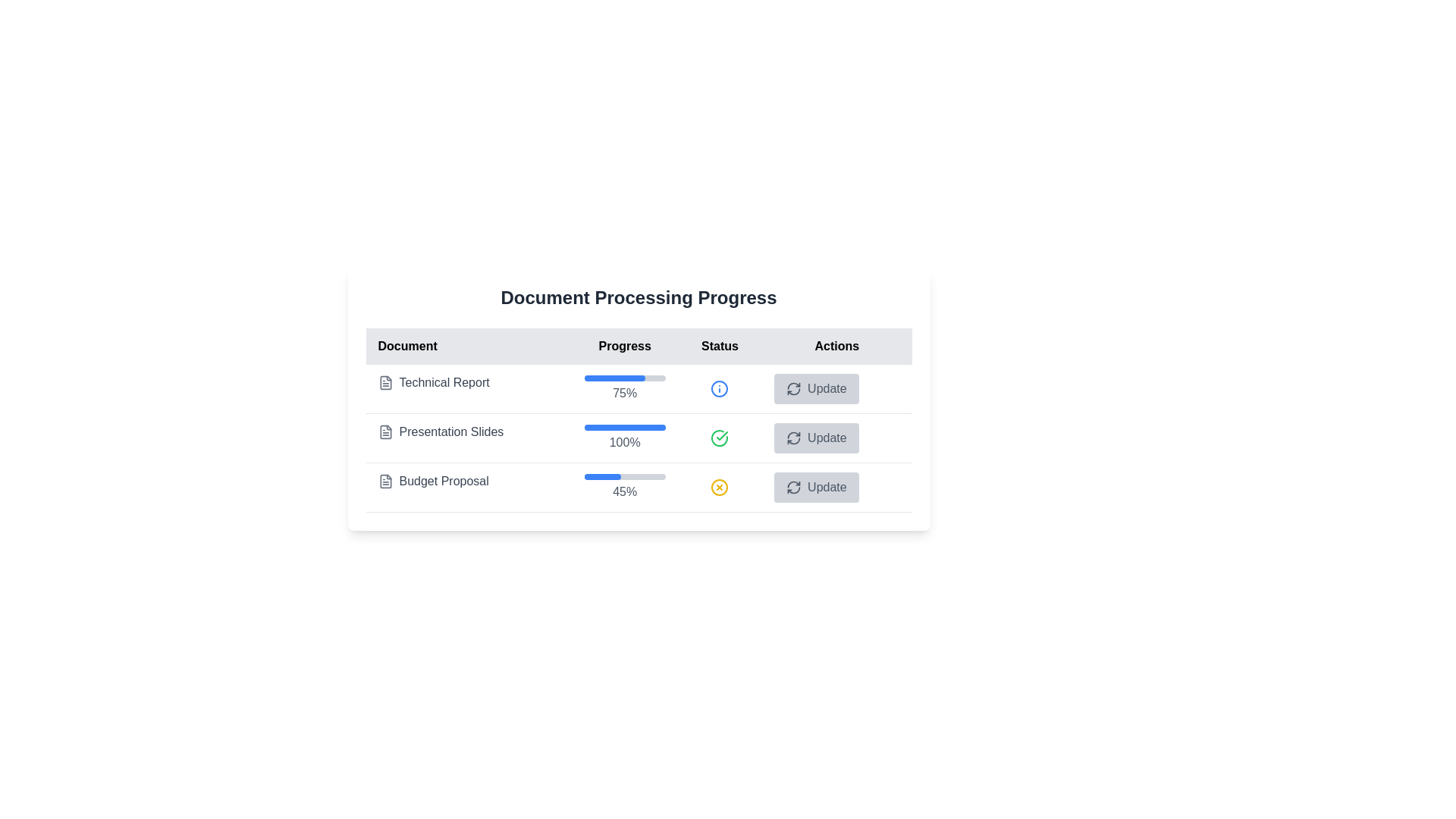 The image size is (1456, 819). Describe the element at coordinates (719, 388) in the screenshot. I see `the Informative Icon located in the first row of the 'Status' column, corresponding to the 'Technical Report'` at that location.